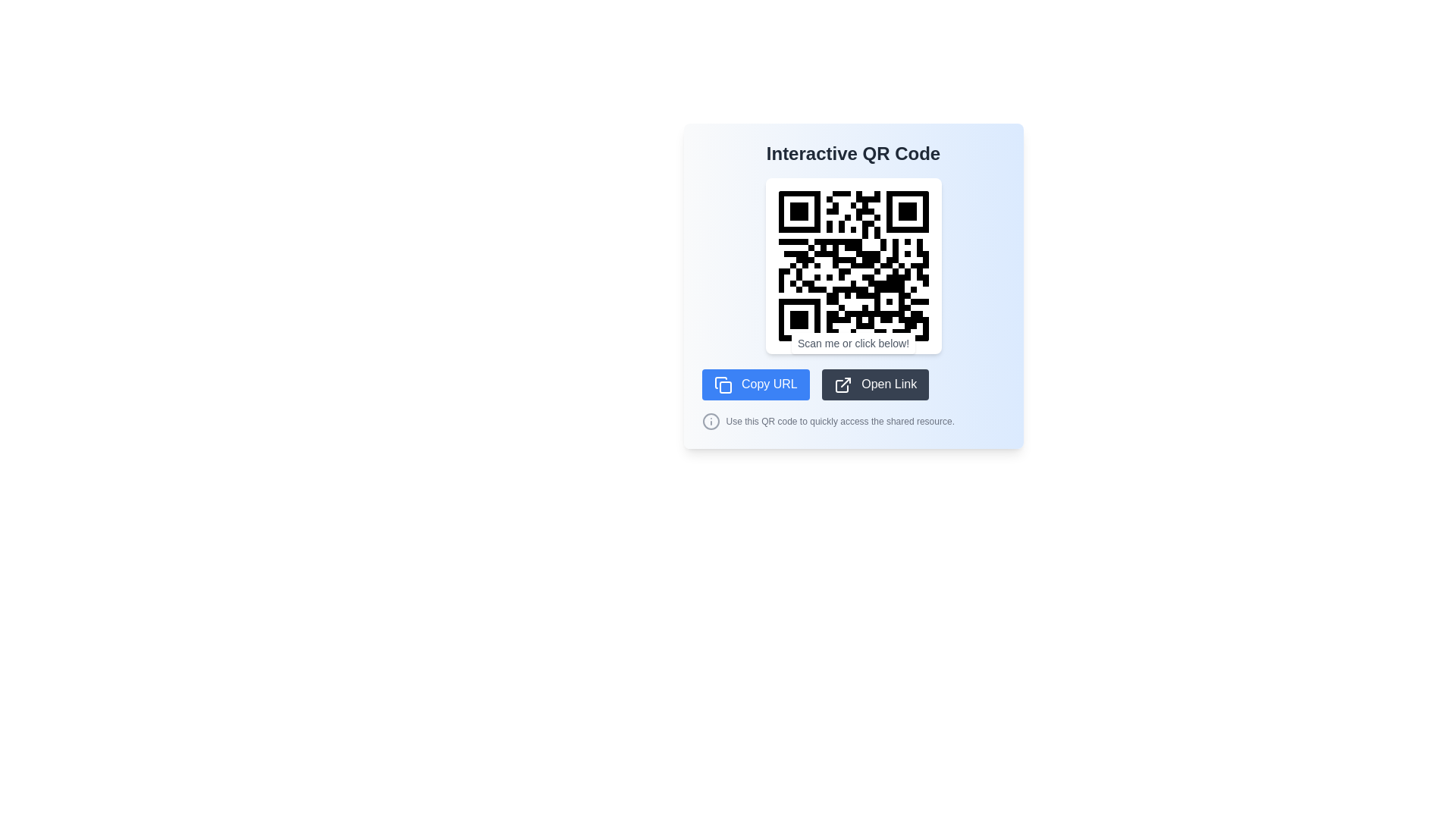 Image resolution: width=1456 pixels, height=819 pixels. I want to click on the circular 'info' icon located next to the instruction 'Use this QR code to quickly access the shared resource', so click(710, 421).